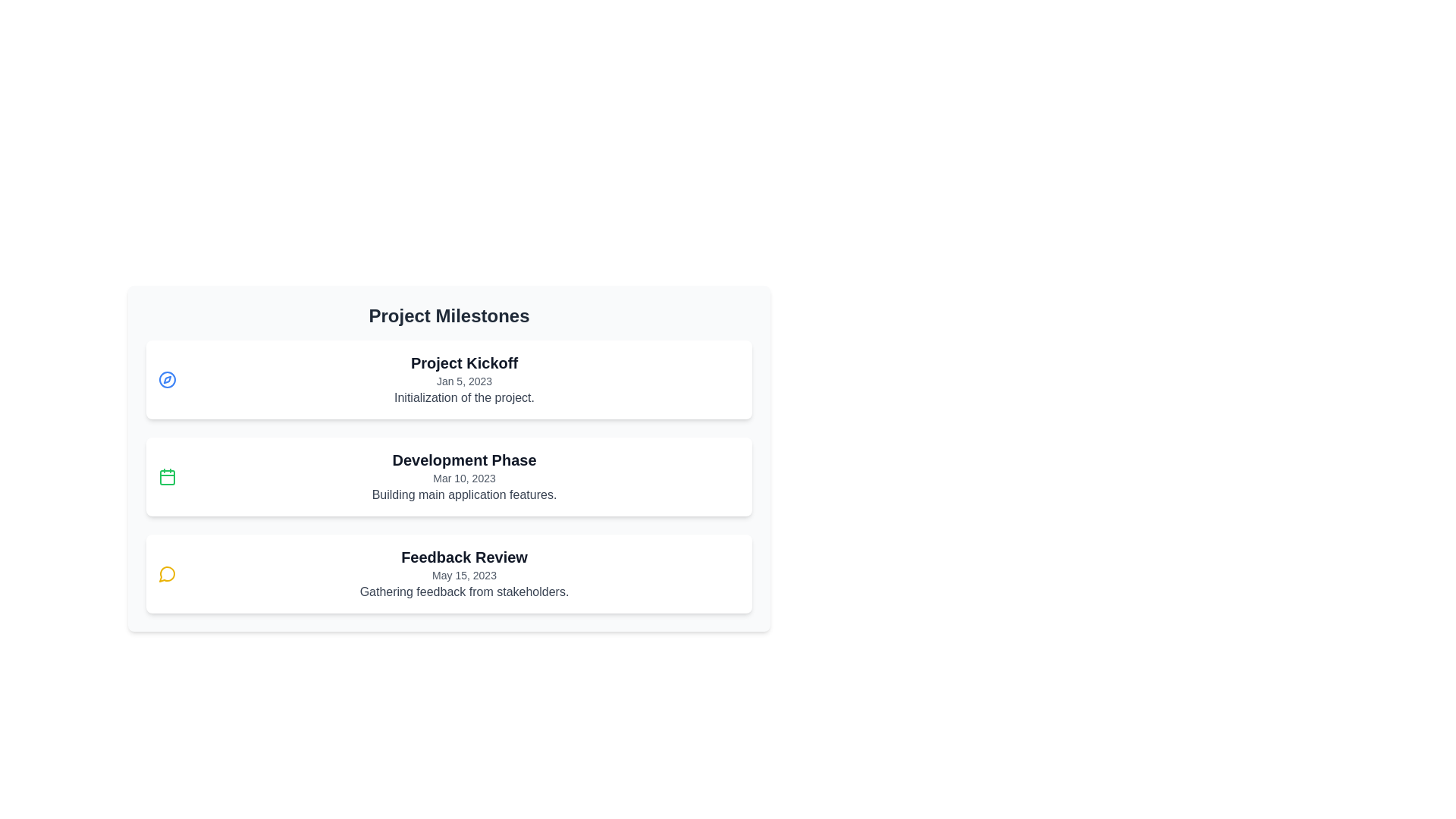 The height and width of the screenshot is (819, 1456). What do you see at coordinates (167, 475) in the screenshot?
I see `the timeline icon indicating the 'Development Phase' milestone, positioned to the left of the text 'Development Phase' in the second list item` at bounding box center [167, 475].